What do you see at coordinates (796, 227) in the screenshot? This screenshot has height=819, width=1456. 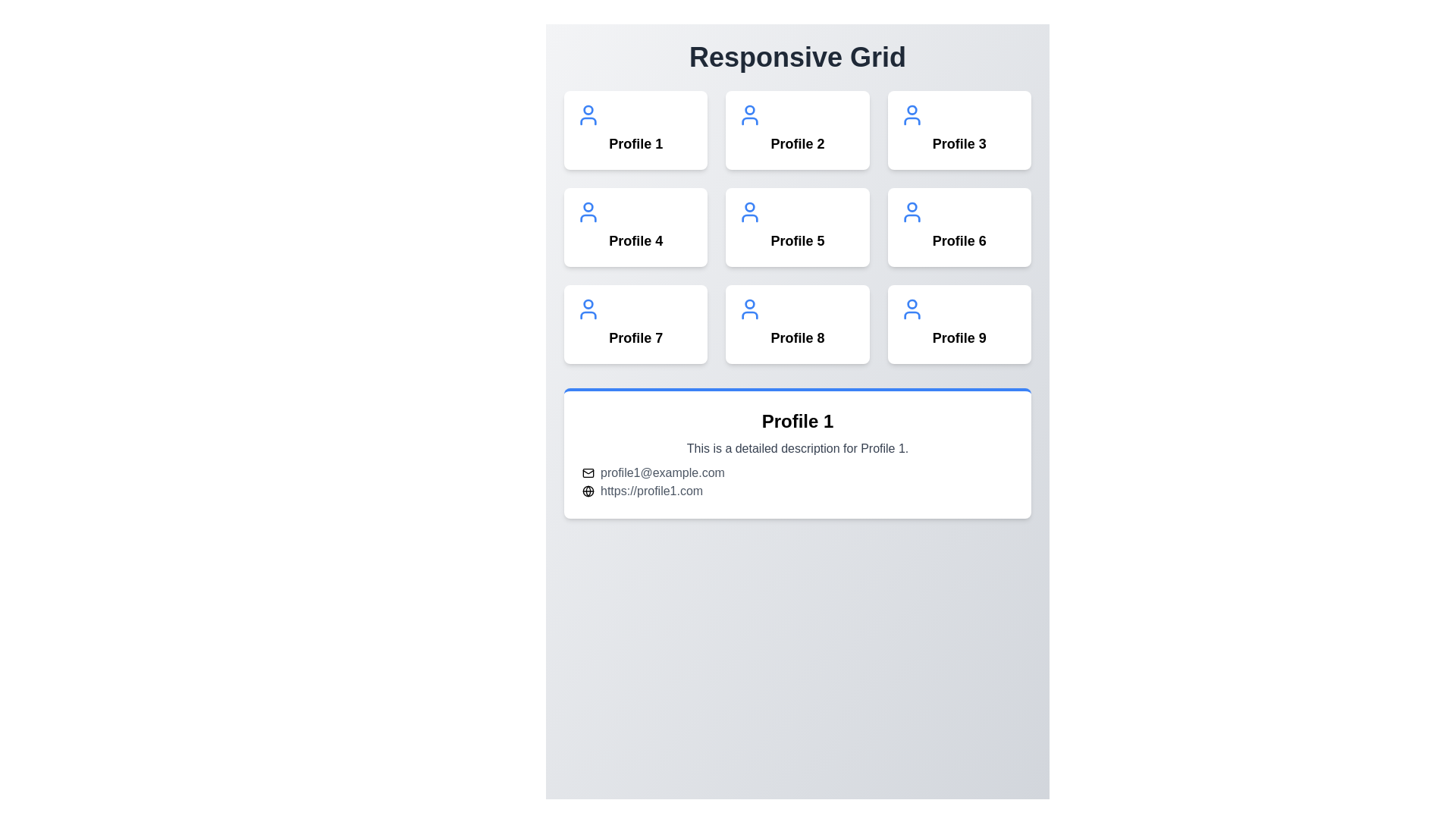 I see `the interactive profile card located` at bounding box center [796, 227].